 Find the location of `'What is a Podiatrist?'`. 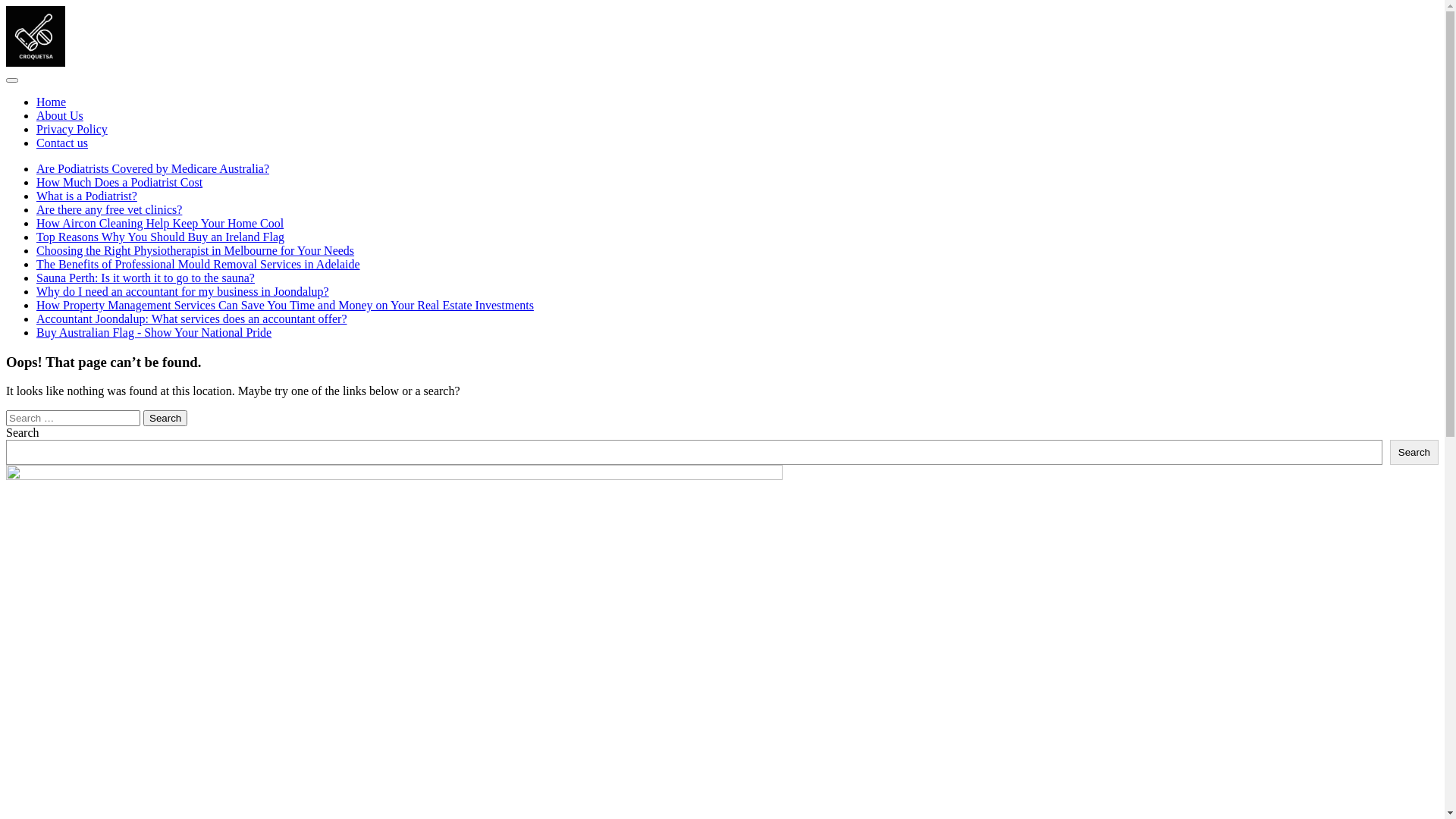

'What is a Podiatrist?' is located at coordinates (86, 195).